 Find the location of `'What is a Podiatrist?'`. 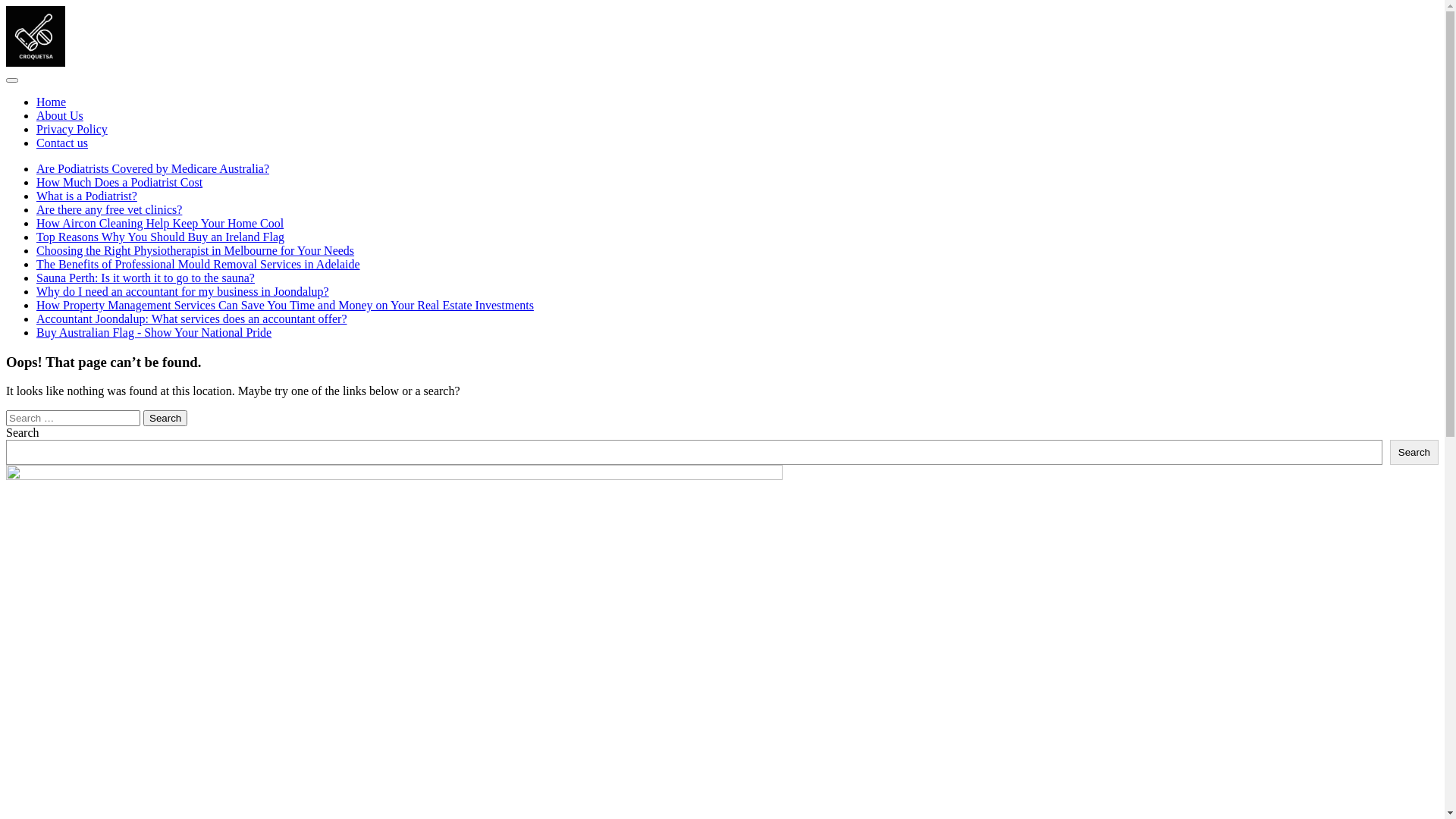

'What is a Podiatrist?' is located at coordinates (86, 195).